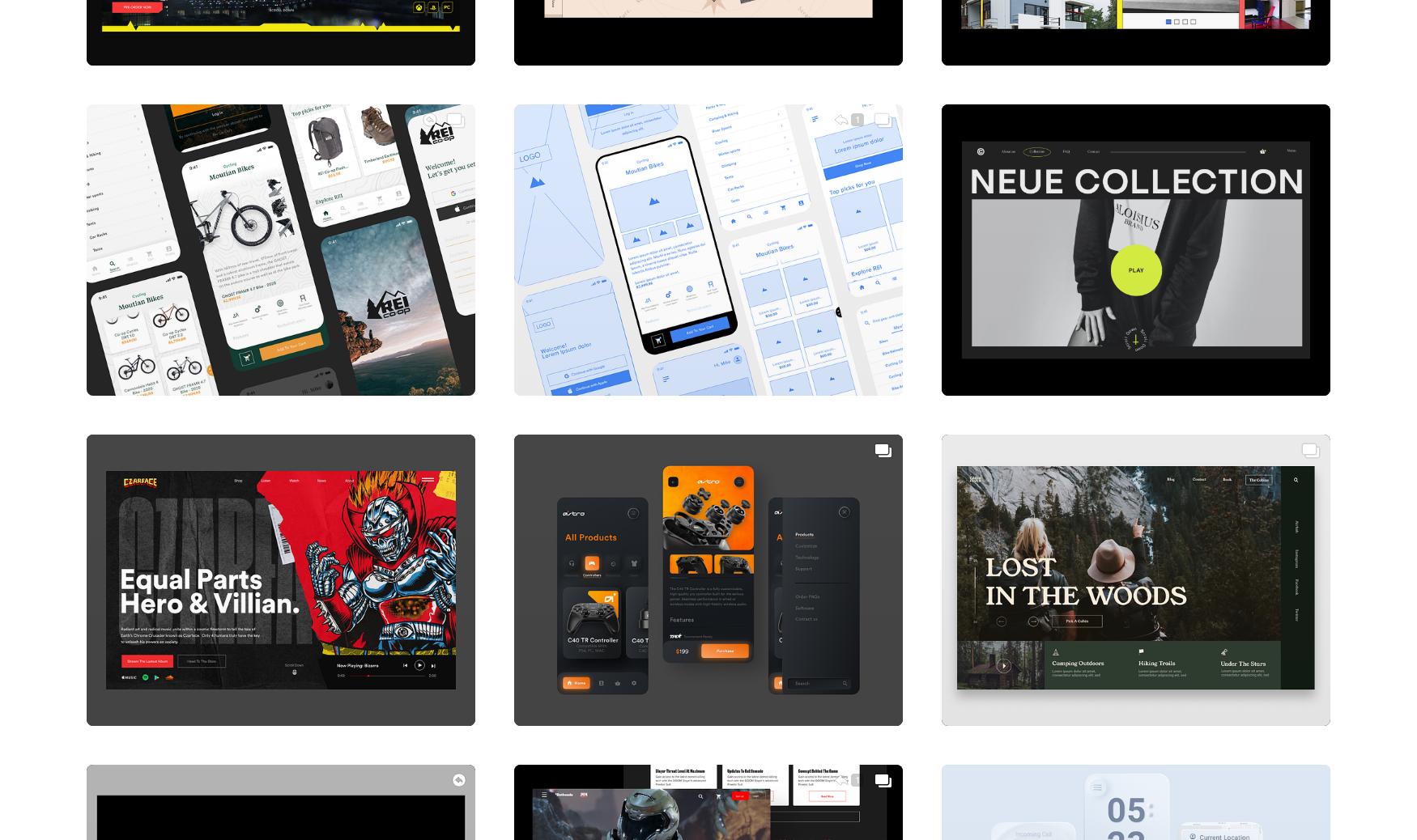 This screenshot has width=1417, height=840. Describe the element at coordinates (192, 692) in the screenshot. I see `'CZARFACE Landpage Design'` at that location.